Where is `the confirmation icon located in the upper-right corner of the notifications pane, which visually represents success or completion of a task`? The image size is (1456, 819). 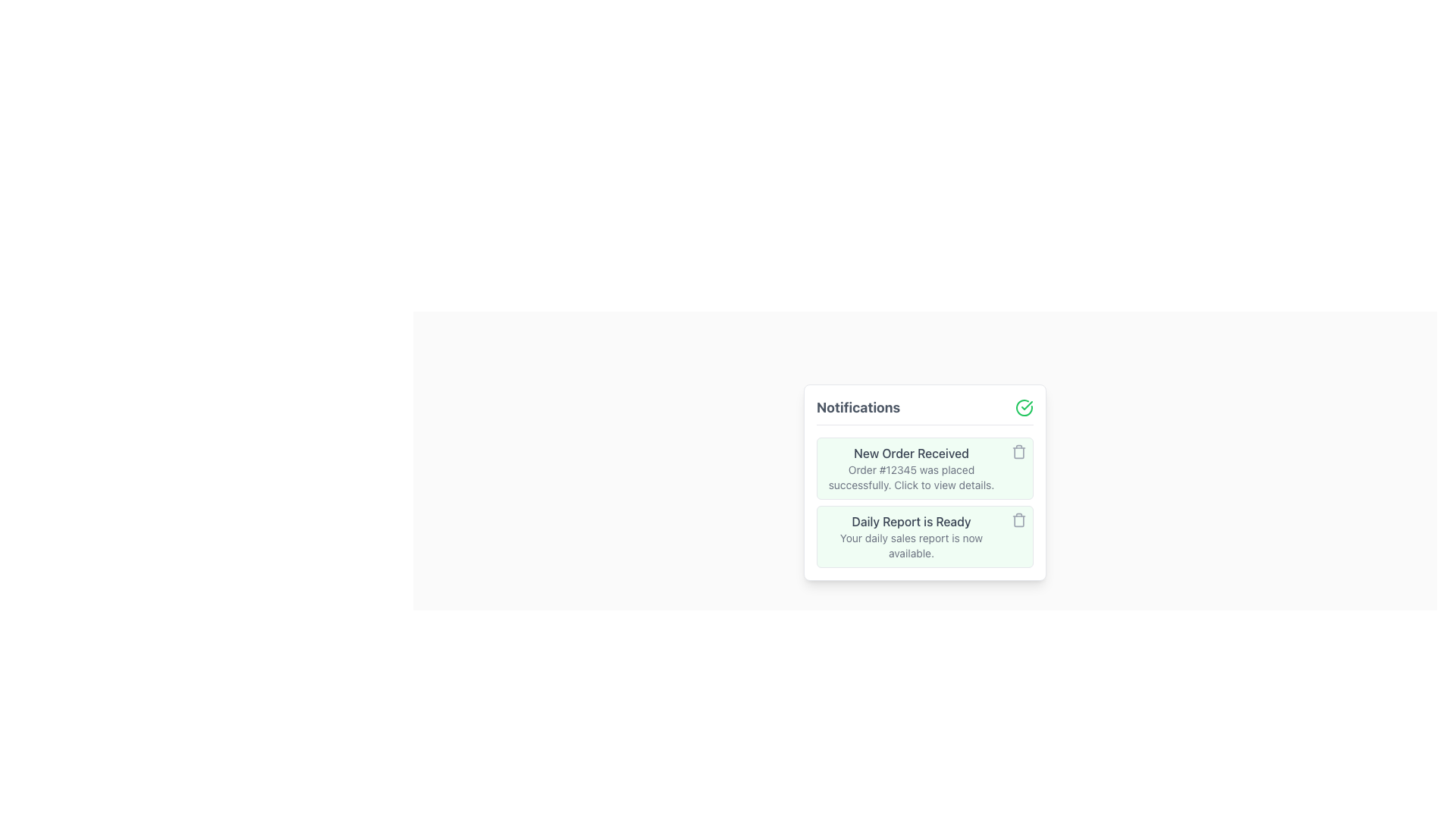
the confirmation icon located in the upper-right corner of the notifications pane, which visually represents success or completion of a task is located at coordinates (1027, 405).